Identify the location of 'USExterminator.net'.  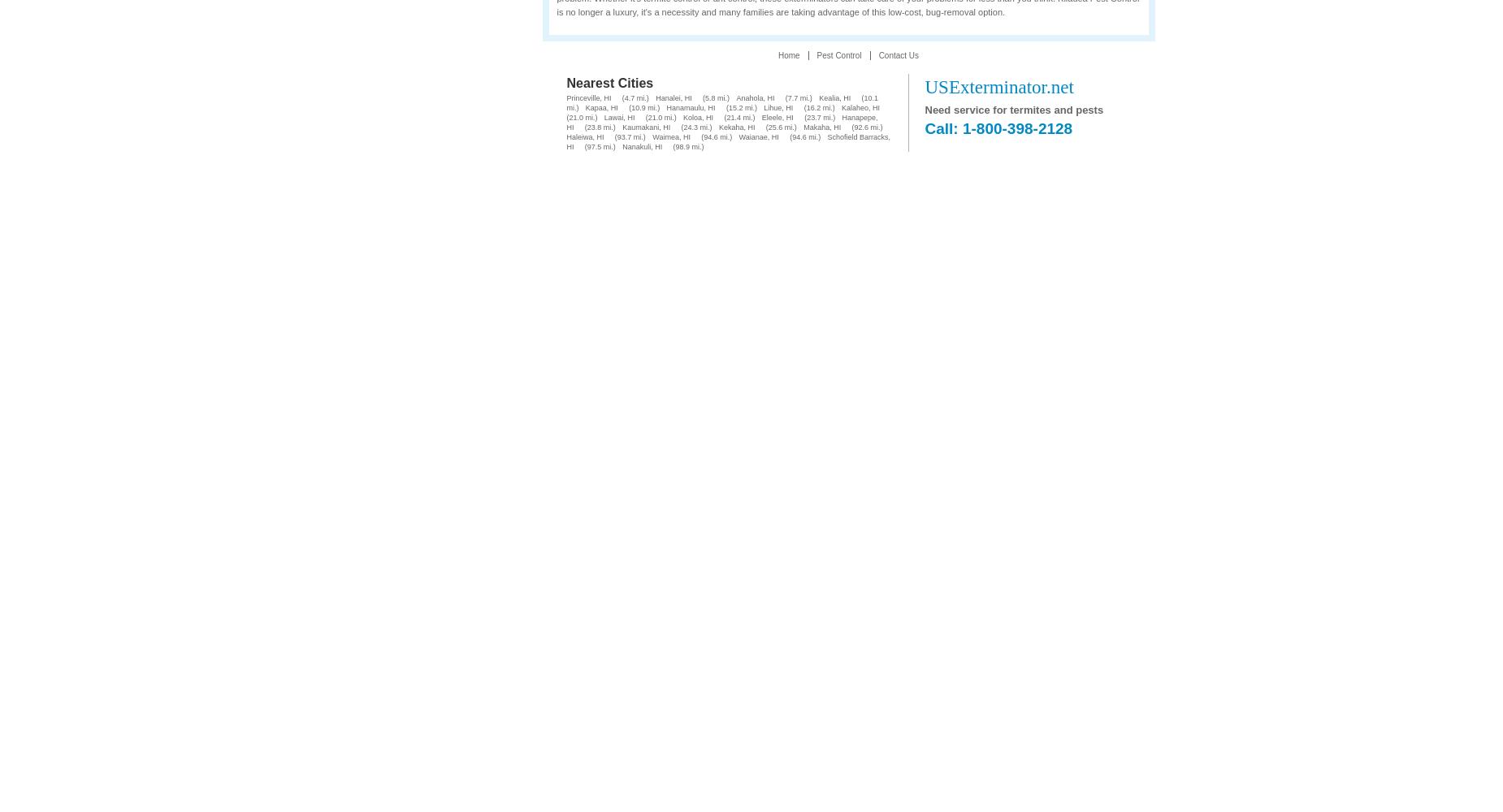
(923, 86).